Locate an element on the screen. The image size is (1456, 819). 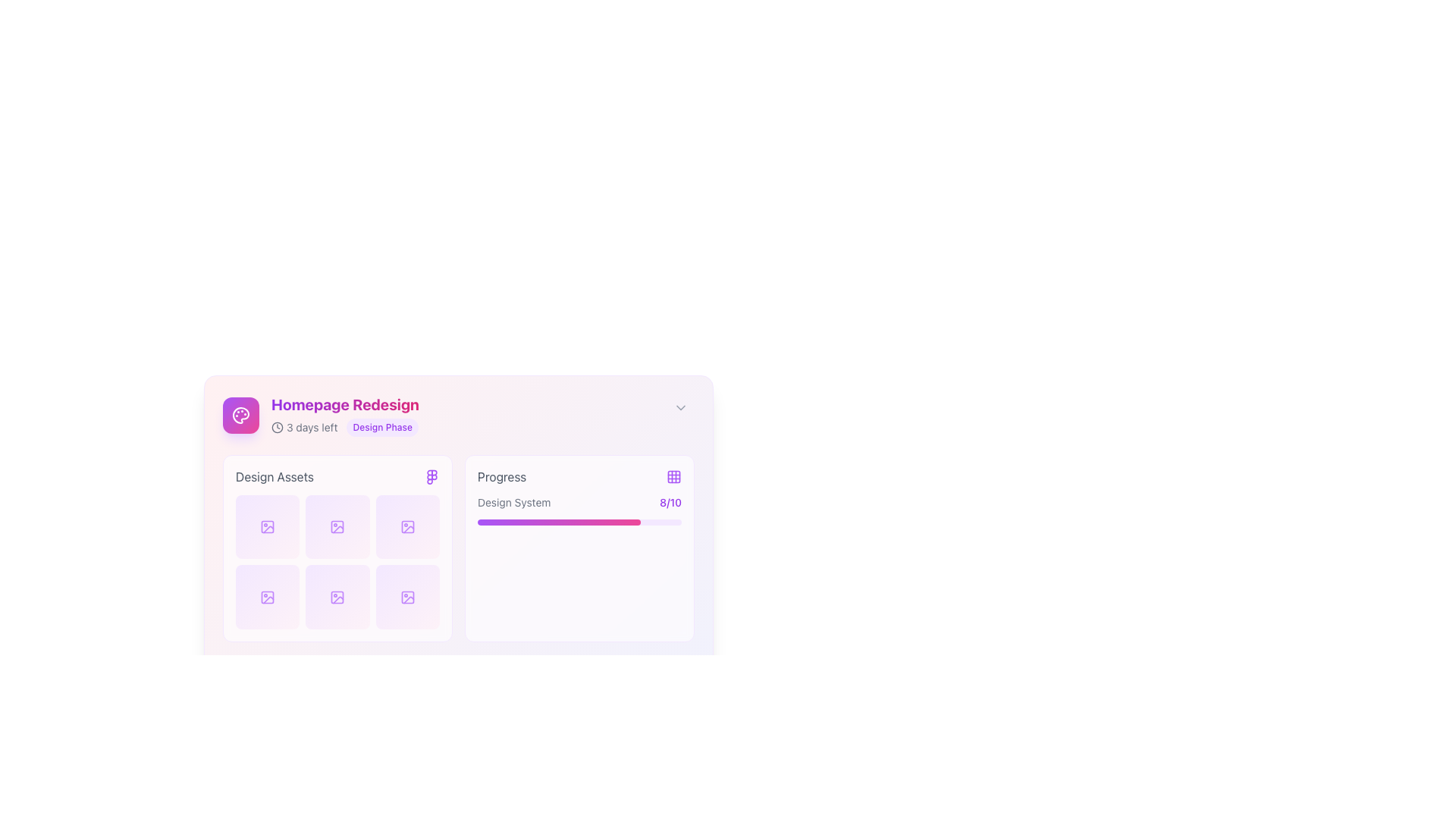
the icon button representing the project or task associated with 'Homepage Redesign', which is positioned to the left of the text within its section is located at coordinates (240, 415).